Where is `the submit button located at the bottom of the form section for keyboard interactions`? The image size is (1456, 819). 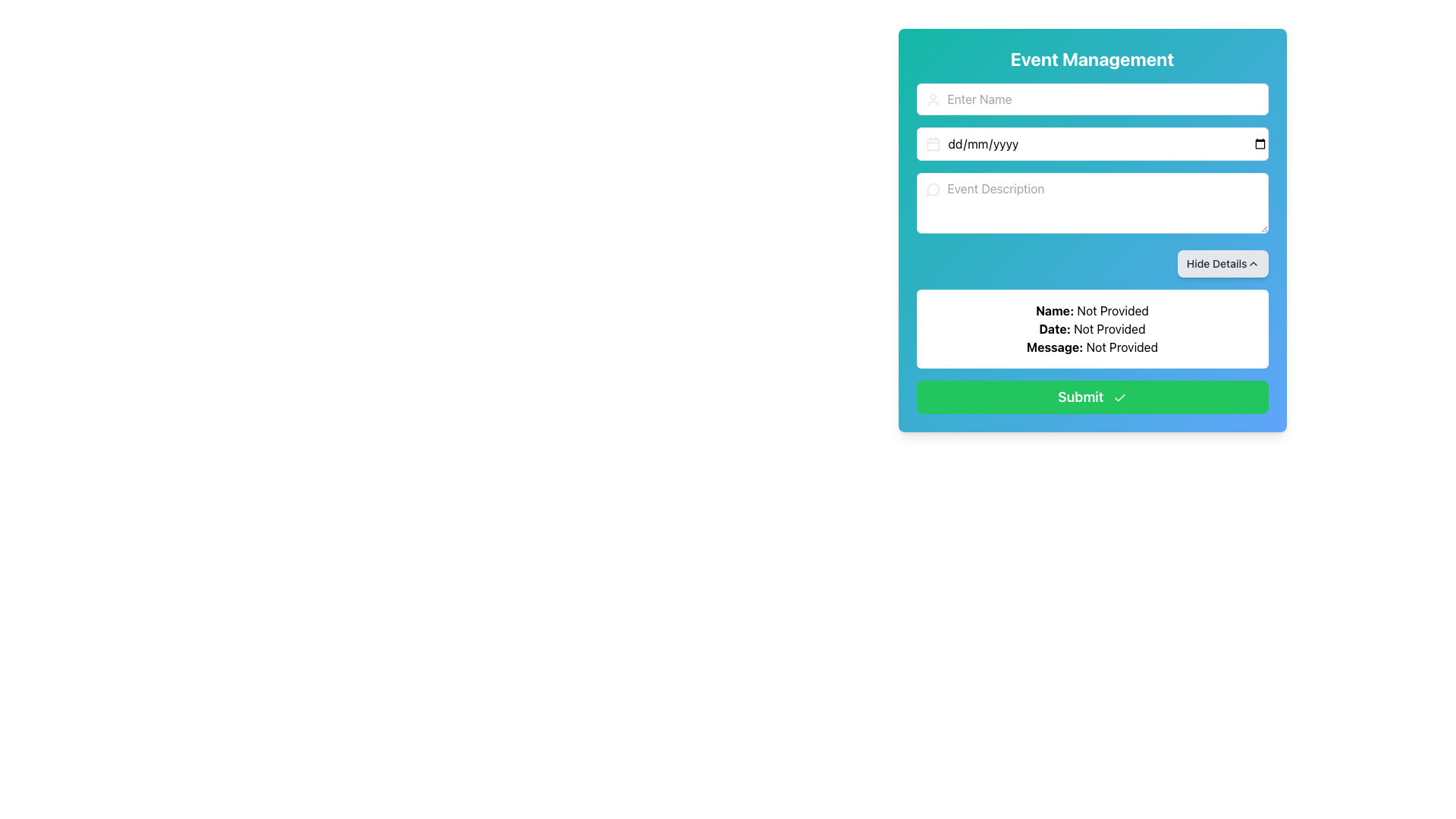
the submit button located at the bottom of the form section for keyboard interactions is located at coordinates (1092, 397).